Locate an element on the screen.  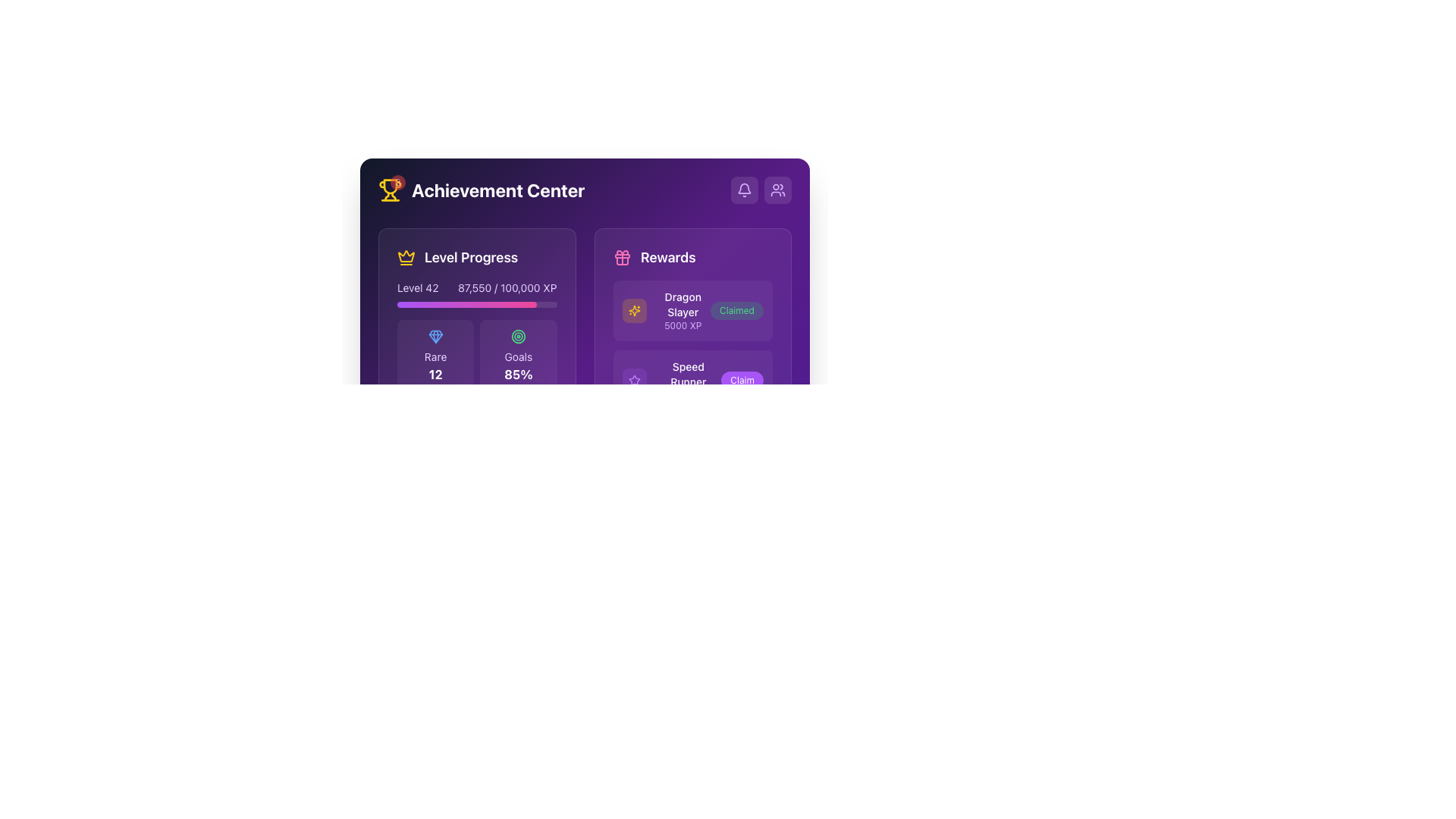
the displayed percentage text label showing '85%' on a purple background, positioned below the 'Goals' label is located at coordinates (518, 374).